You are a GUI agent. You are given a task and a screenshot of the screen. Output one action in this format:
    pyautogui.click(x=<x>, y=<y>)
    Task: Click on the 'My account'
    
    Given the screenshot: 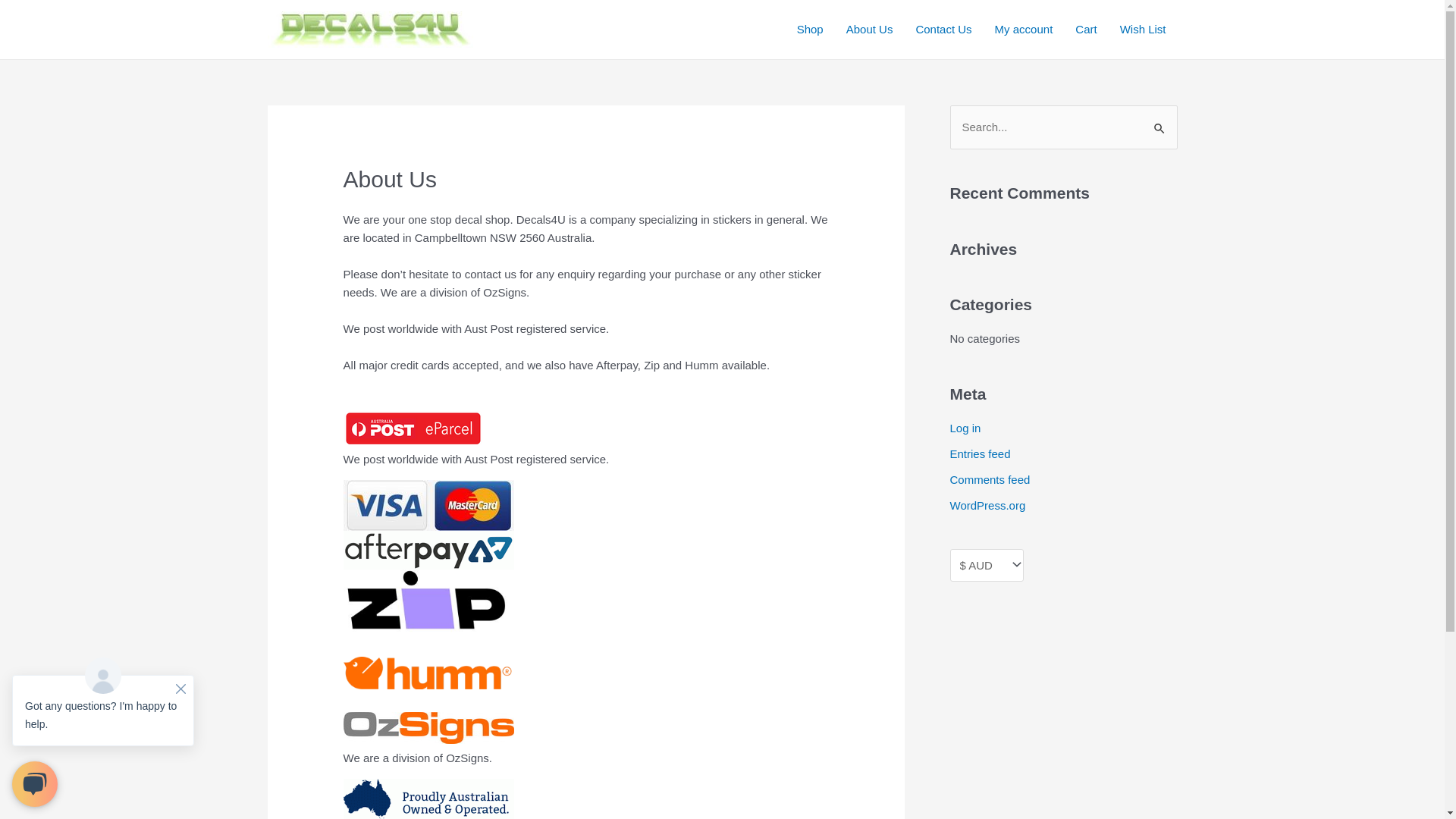 What is the action you would take?
    pyautogui.click(x=983, y=29)
    